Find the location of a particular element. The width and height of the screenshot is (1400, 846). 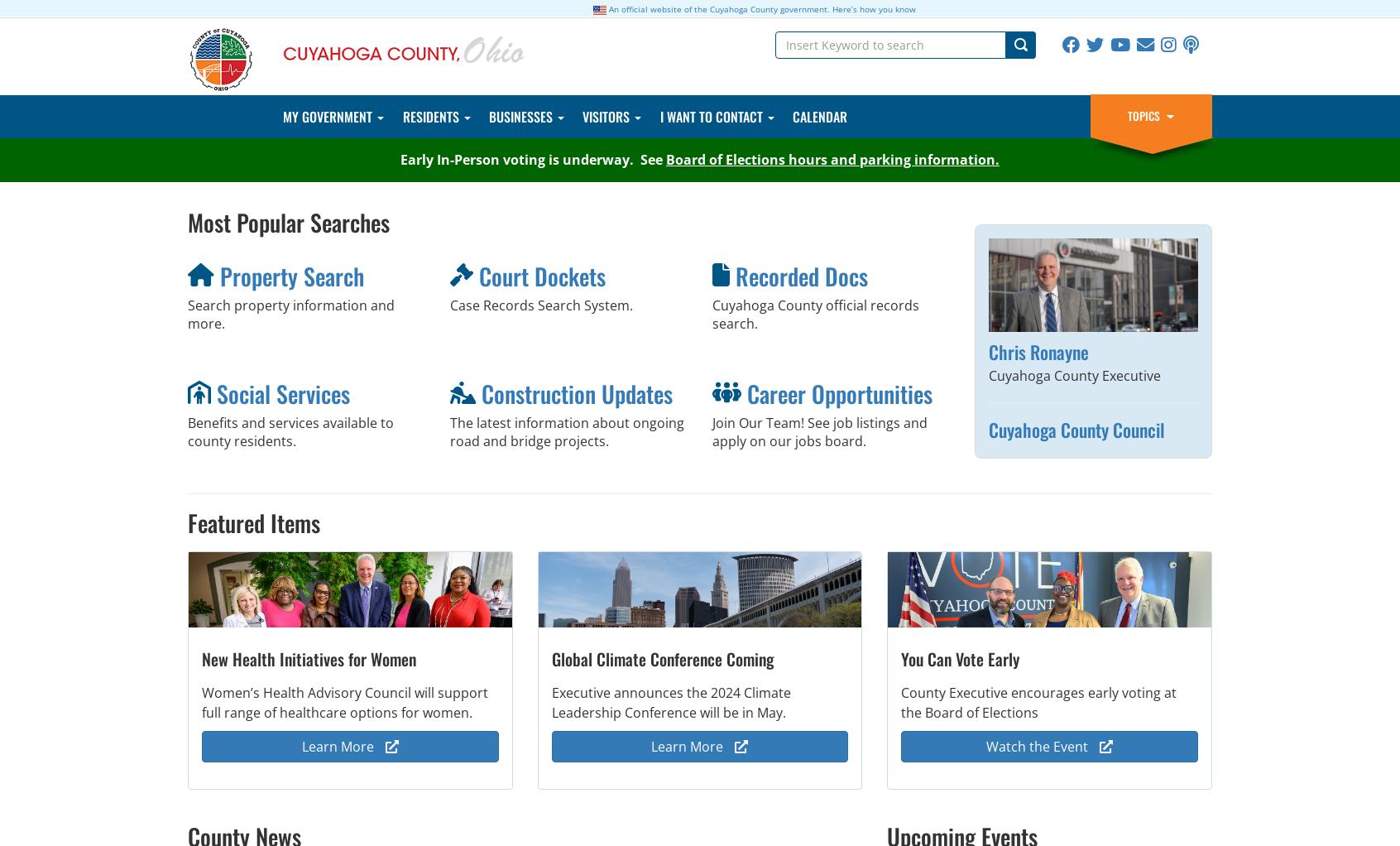

'Cuyahoga County Executive' is located at coordinates (1073, 374).